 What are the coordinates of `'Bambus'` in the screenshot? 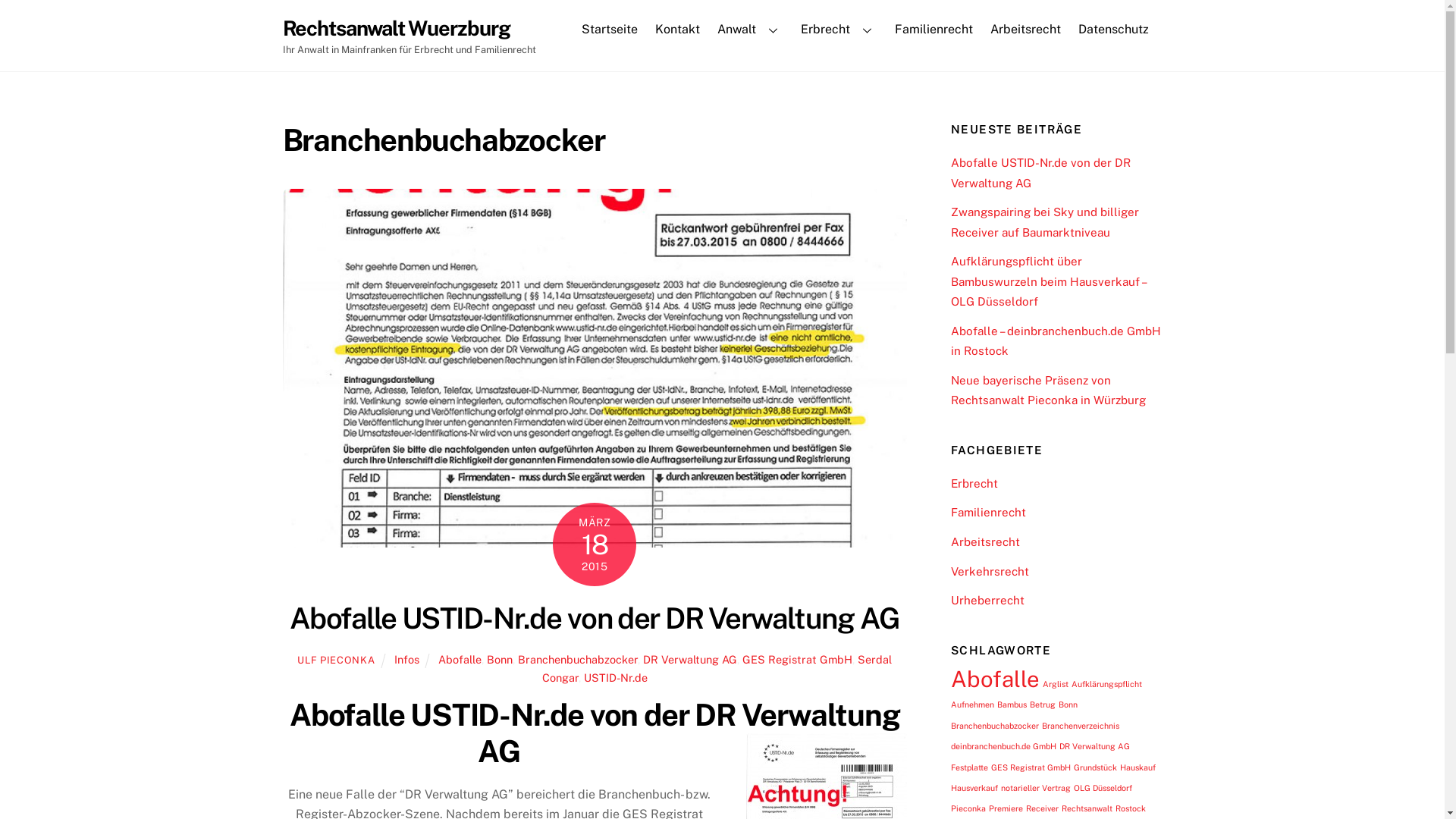 It's located at (1012, 704).